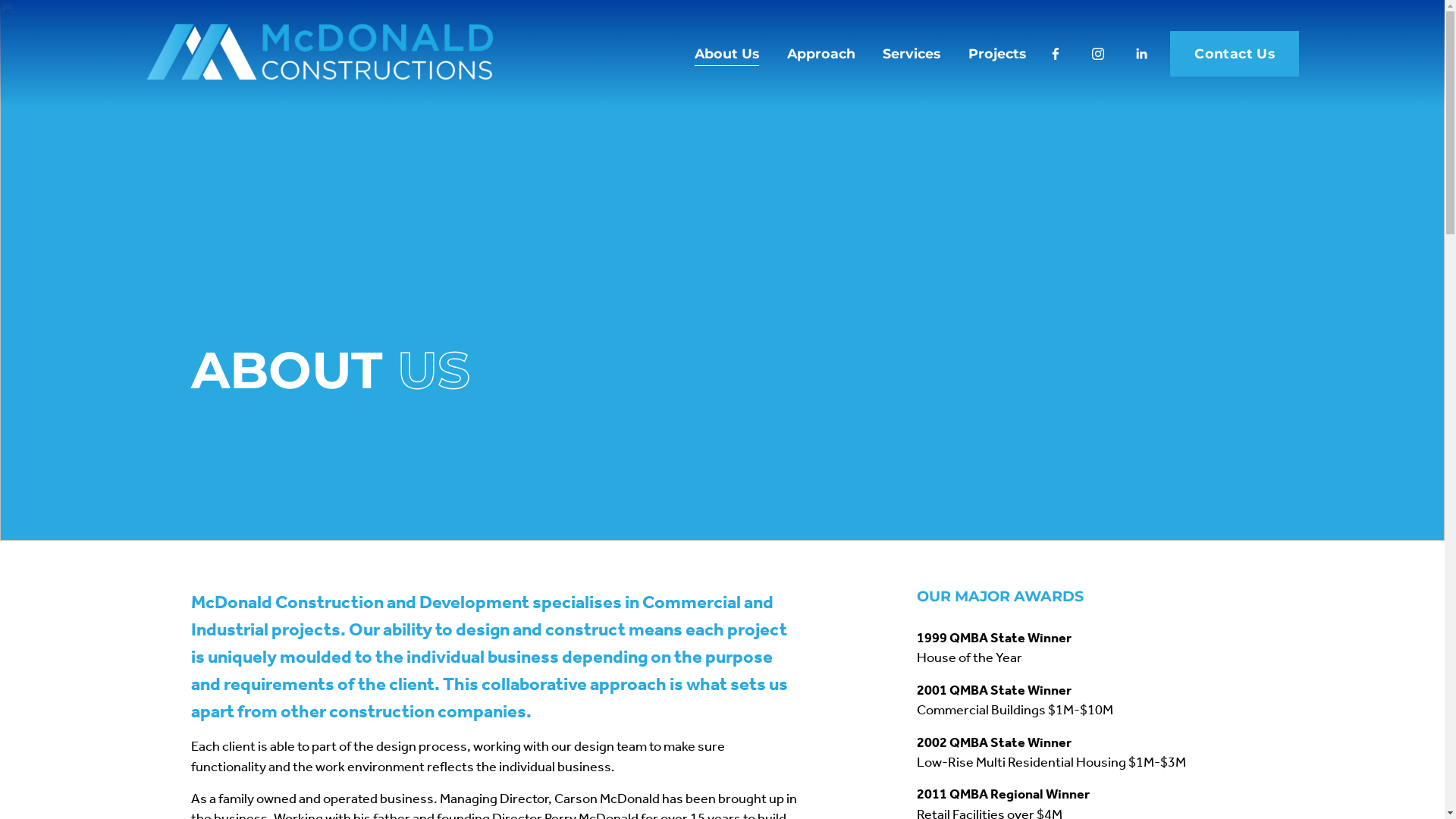  Describe the element at coordinates (1169, 52) in the screenshot. I see `'Contact Us'` at that location.